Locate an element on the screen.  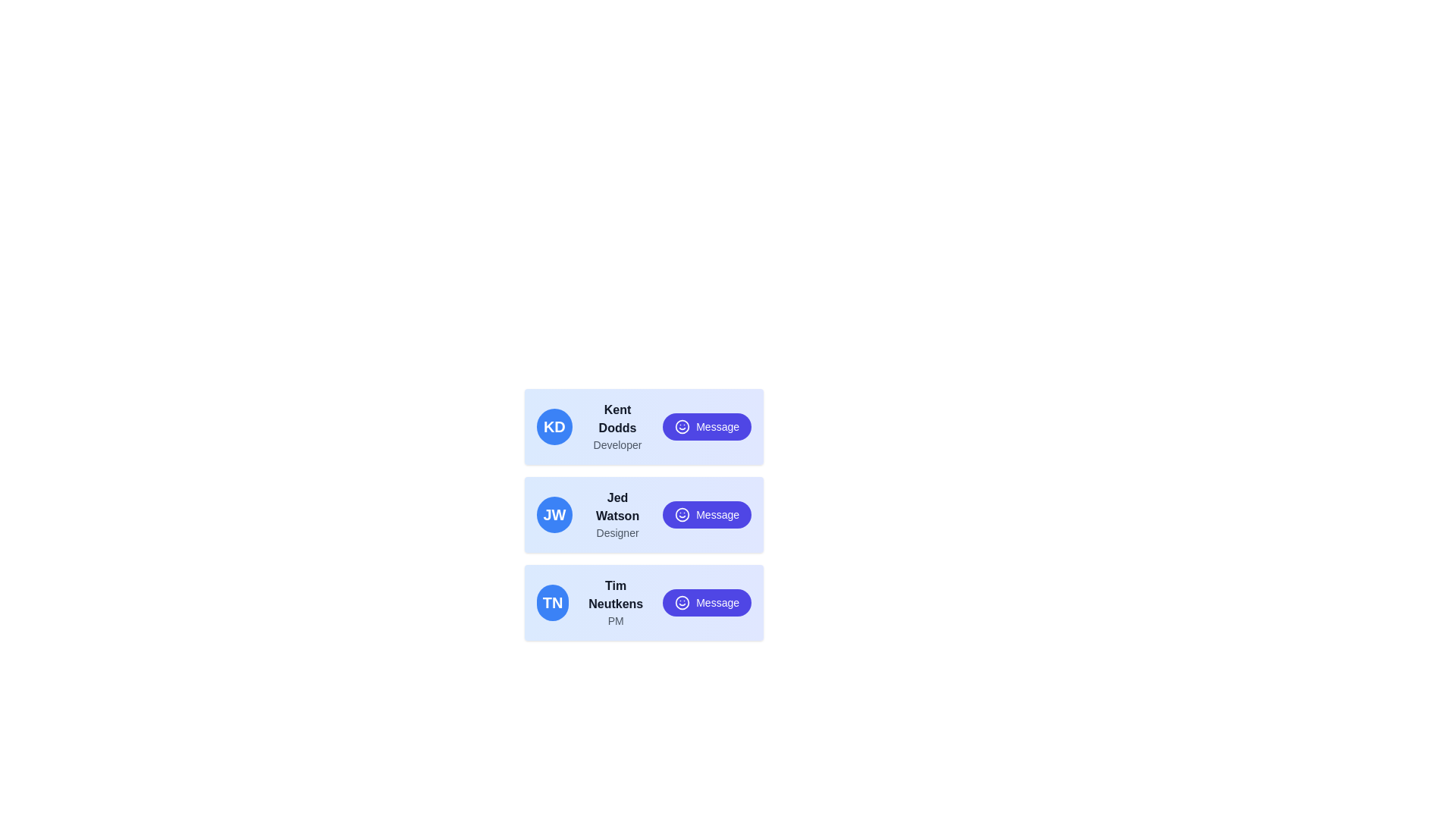
the static text label indicating the role 'PM', which is located below the bolded name 'Tim Neutkens' in the bottom-most card of a vertical stack is located at coordinates (616, 620).